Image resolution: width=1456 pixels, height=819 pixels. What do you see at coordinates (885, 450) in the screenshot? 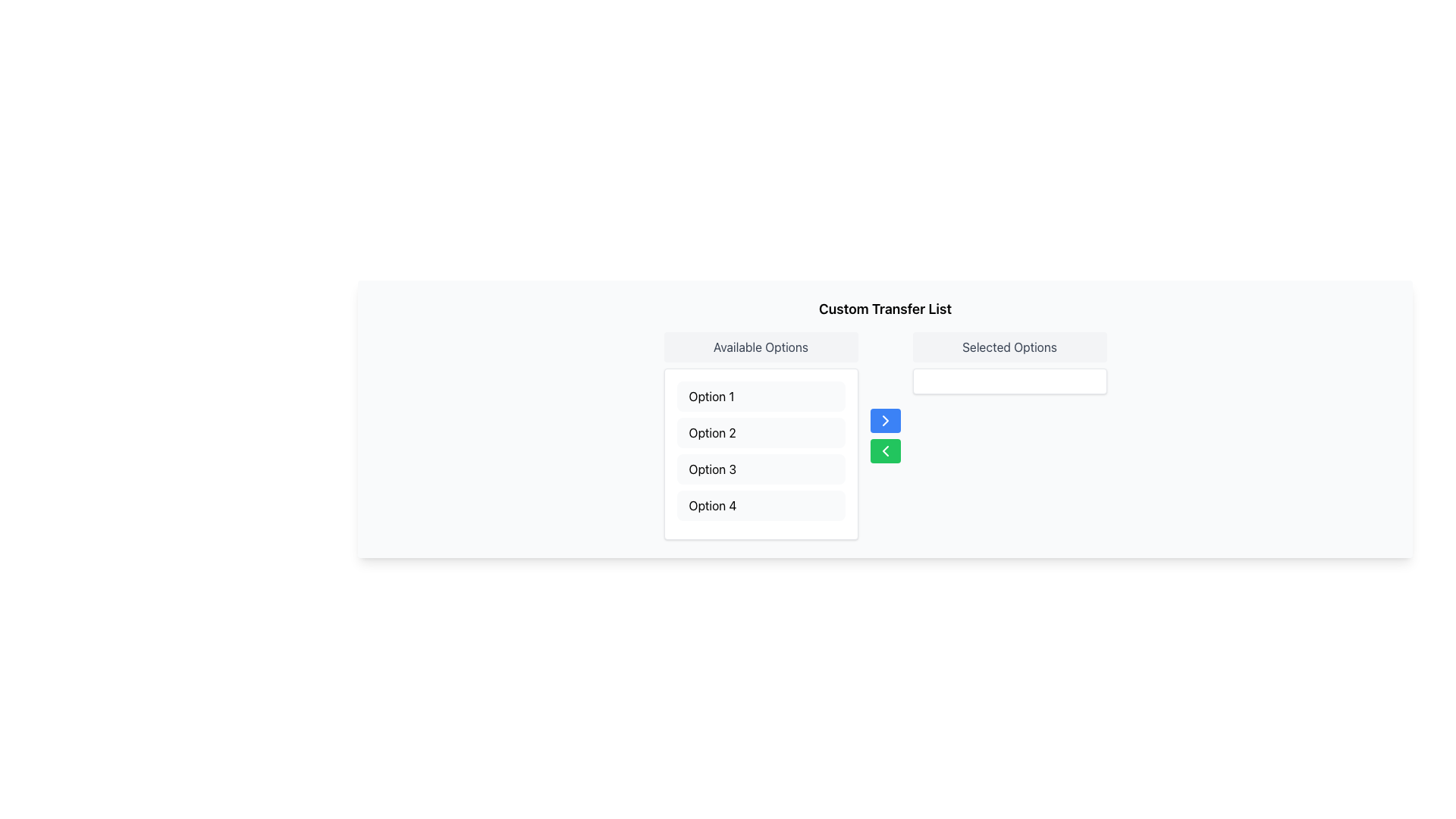
I see `the left-pointing chevron arrow icon button with a green circular background, located below the right-pointing arrow button in the transfer list interface` at bounding box center [885, 450].